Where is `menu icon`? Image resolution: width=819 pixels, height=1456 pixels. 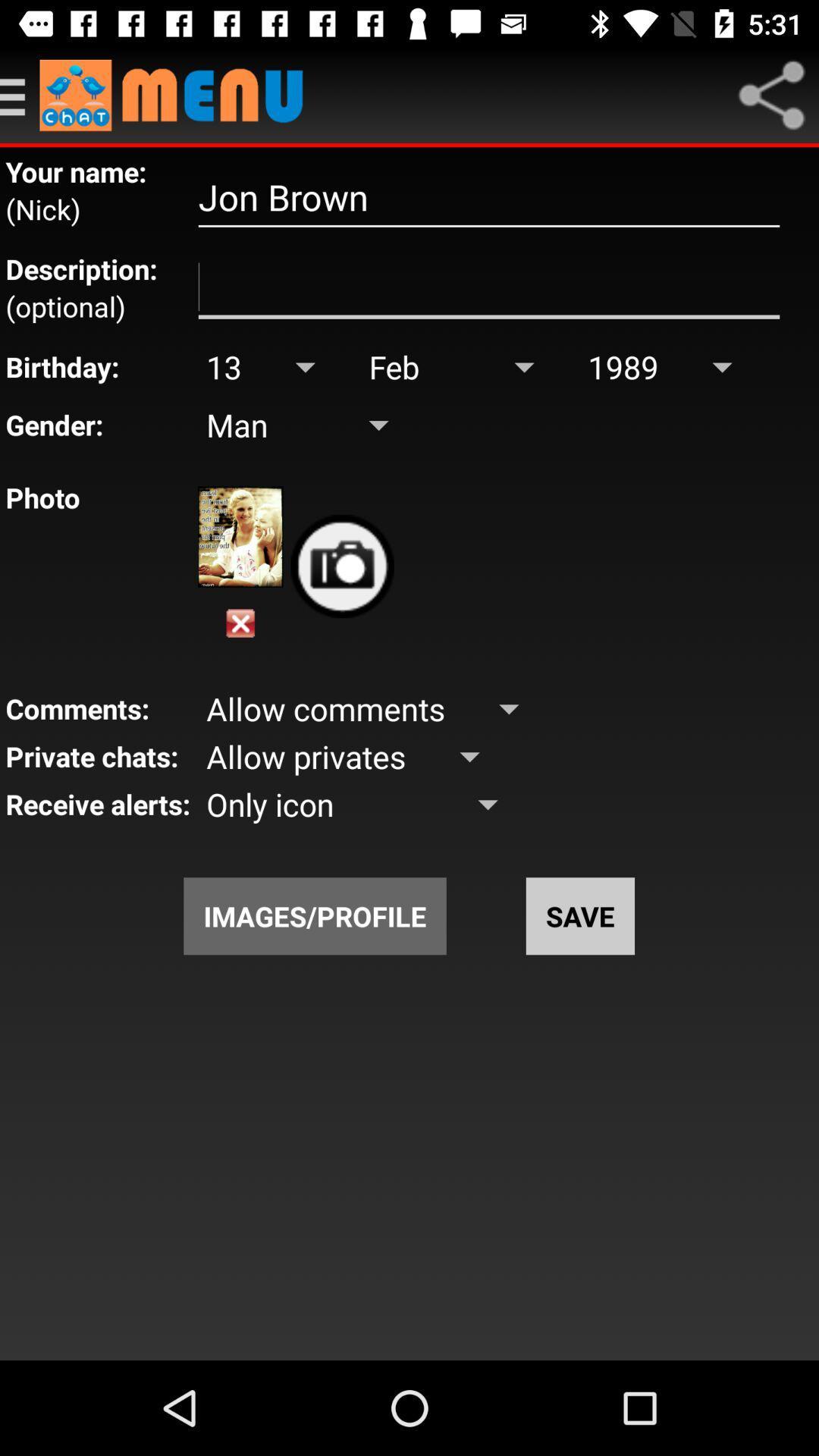
menu icon is located at coordinates (771, 94).